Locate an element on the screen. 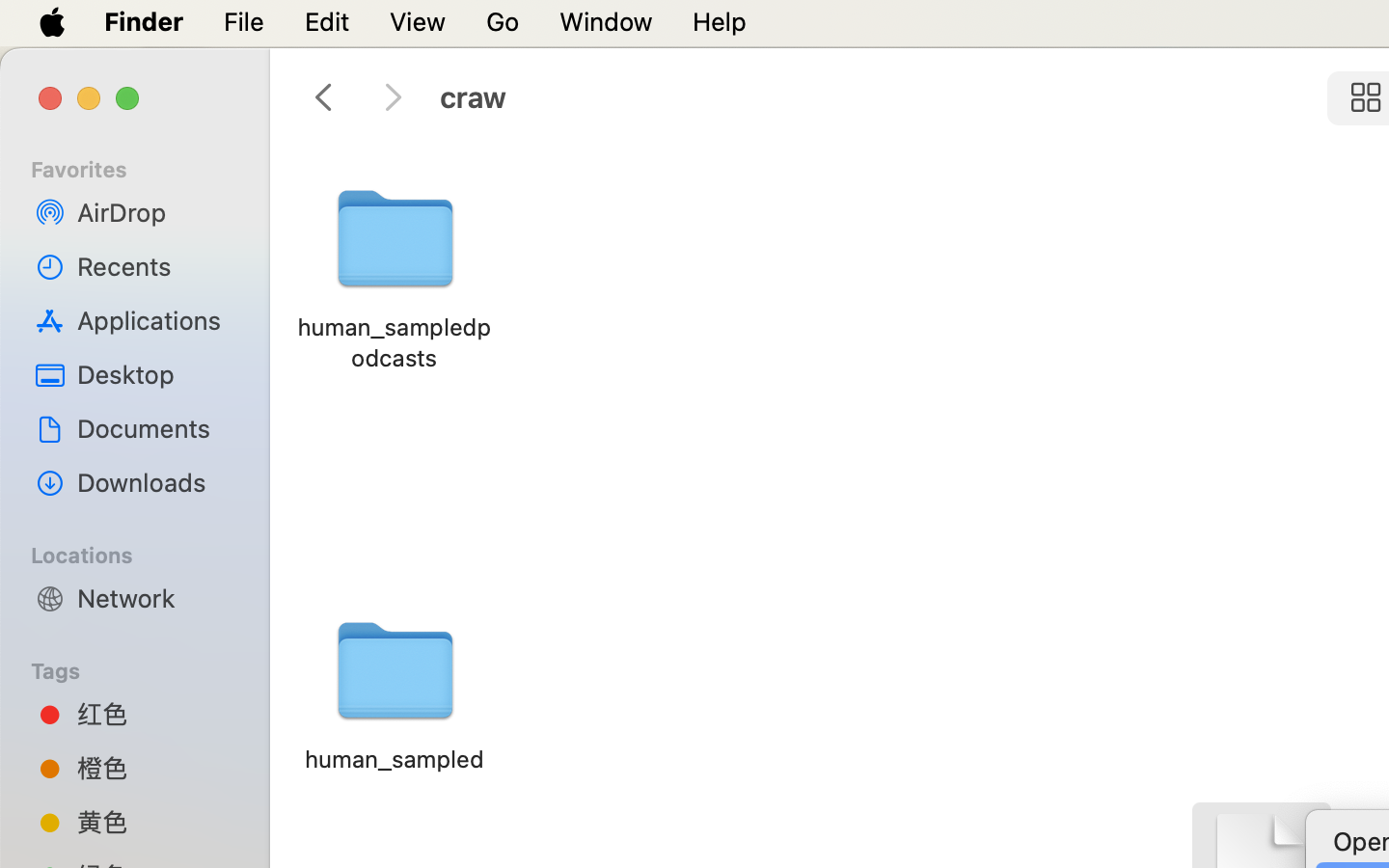 This screenshot has height=868, width=1389. 'Recents' is located at coordinates (153, 265).